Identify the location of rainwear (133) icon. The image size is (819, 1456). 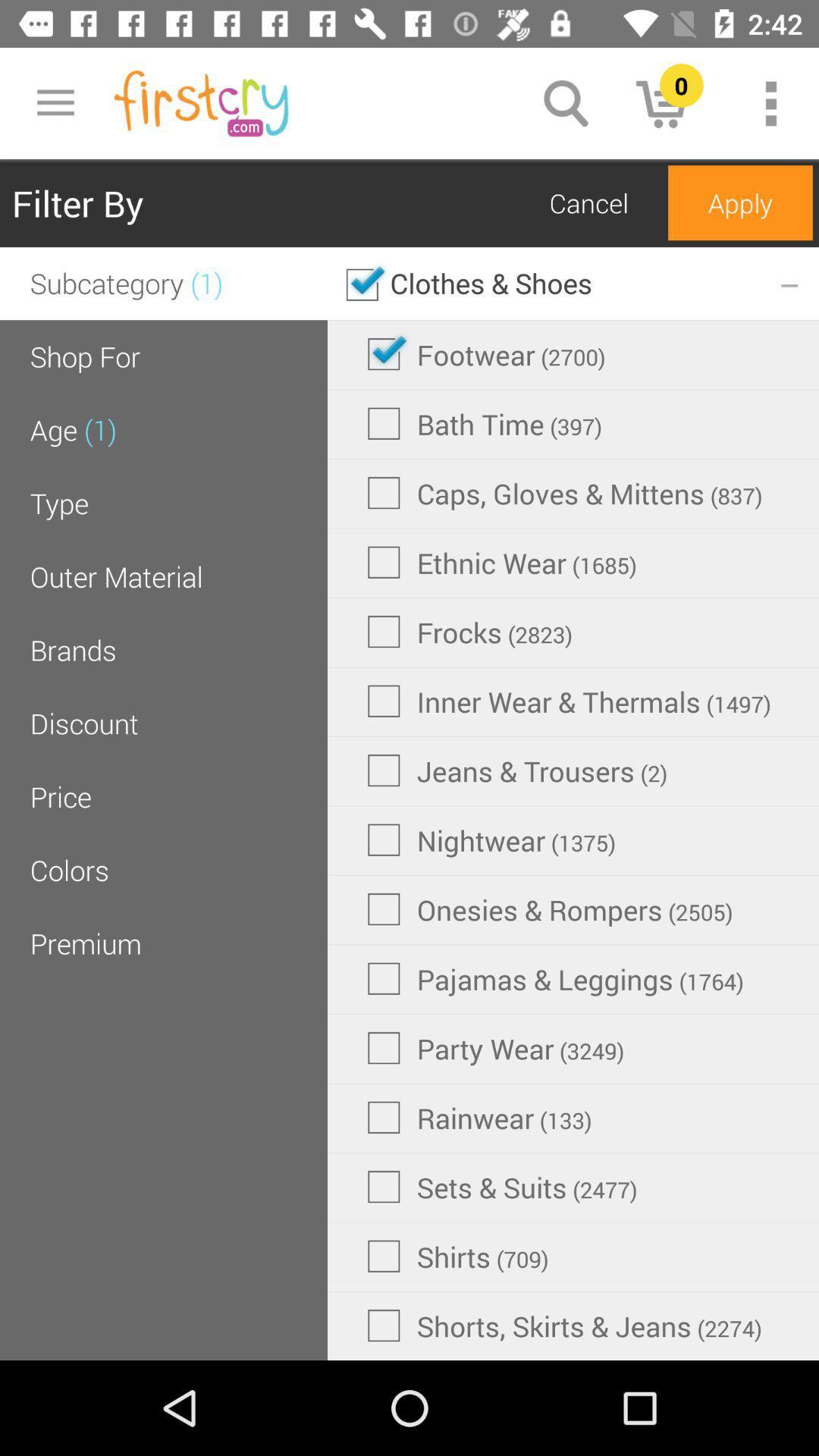
(479, 1117).